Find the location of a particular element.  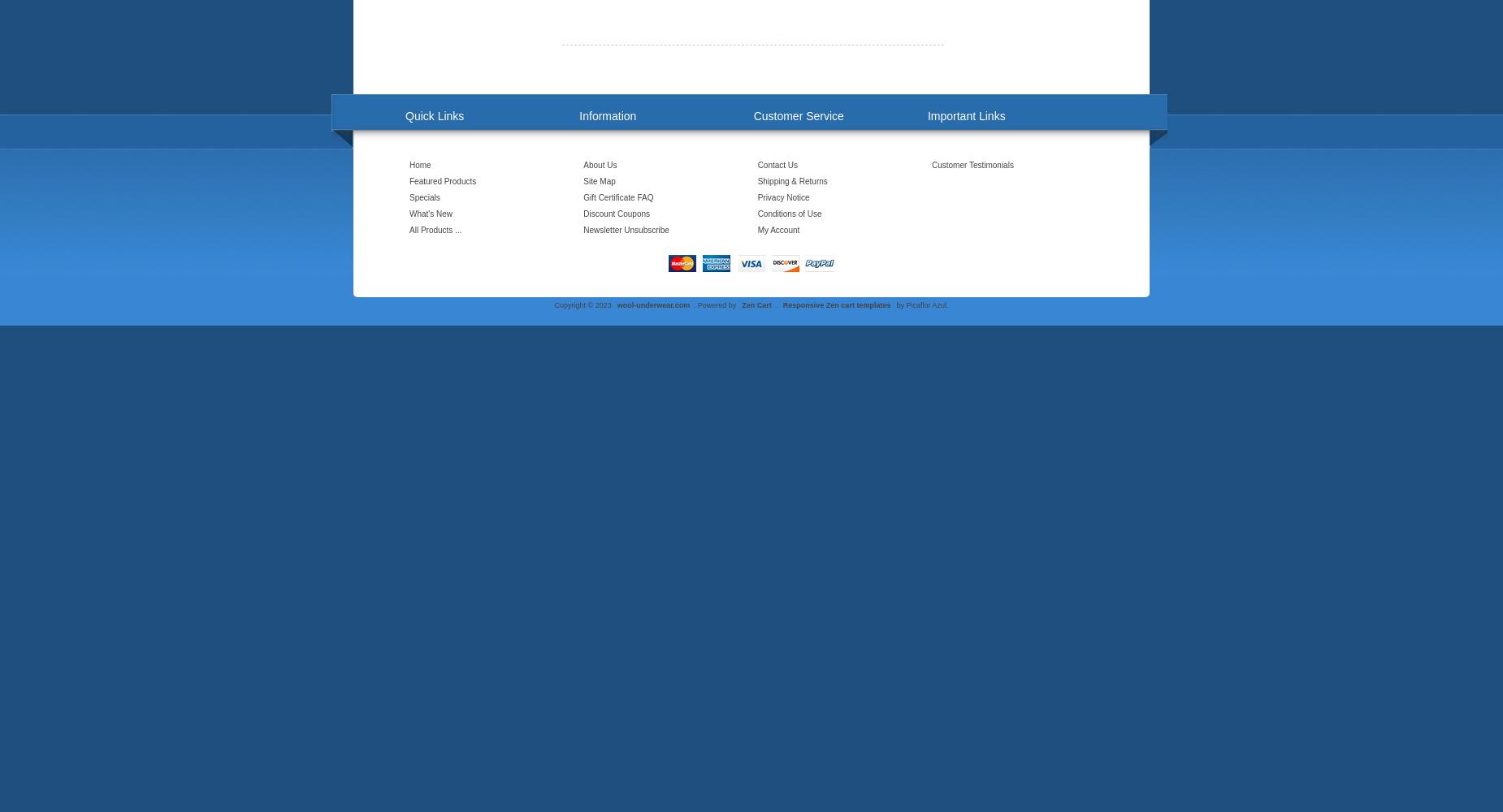

'Newsletter Unsubscribe' is located at coordinates (626, 230).